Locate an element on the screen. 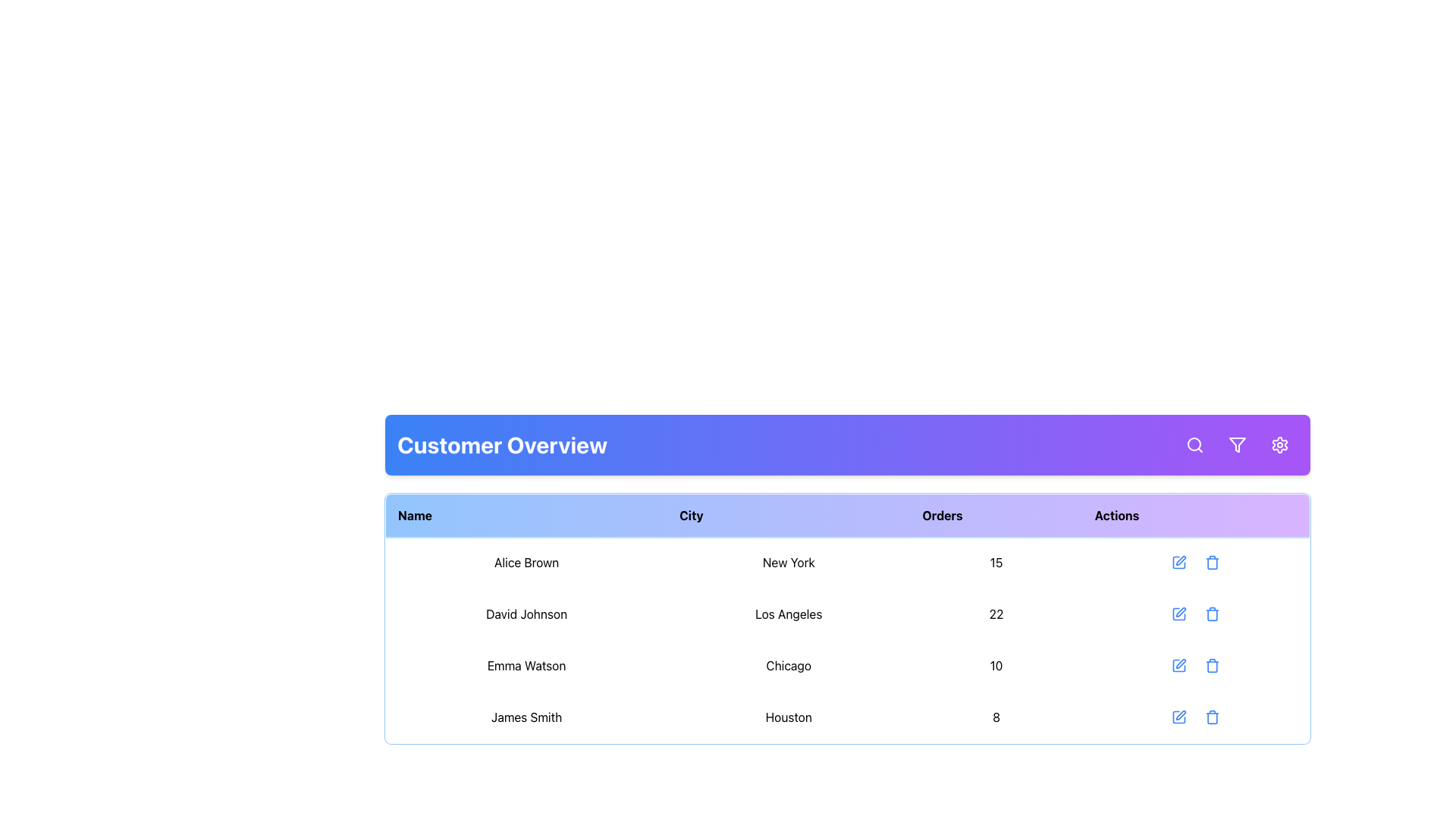 Image resolution: width=1456 pixels, height=819 pixels. text from the city name label, which is located in the second column of the first row in a table, positioned between 'Alice Brown' on the left and '15' on the right is located at coordinates (789, 562).